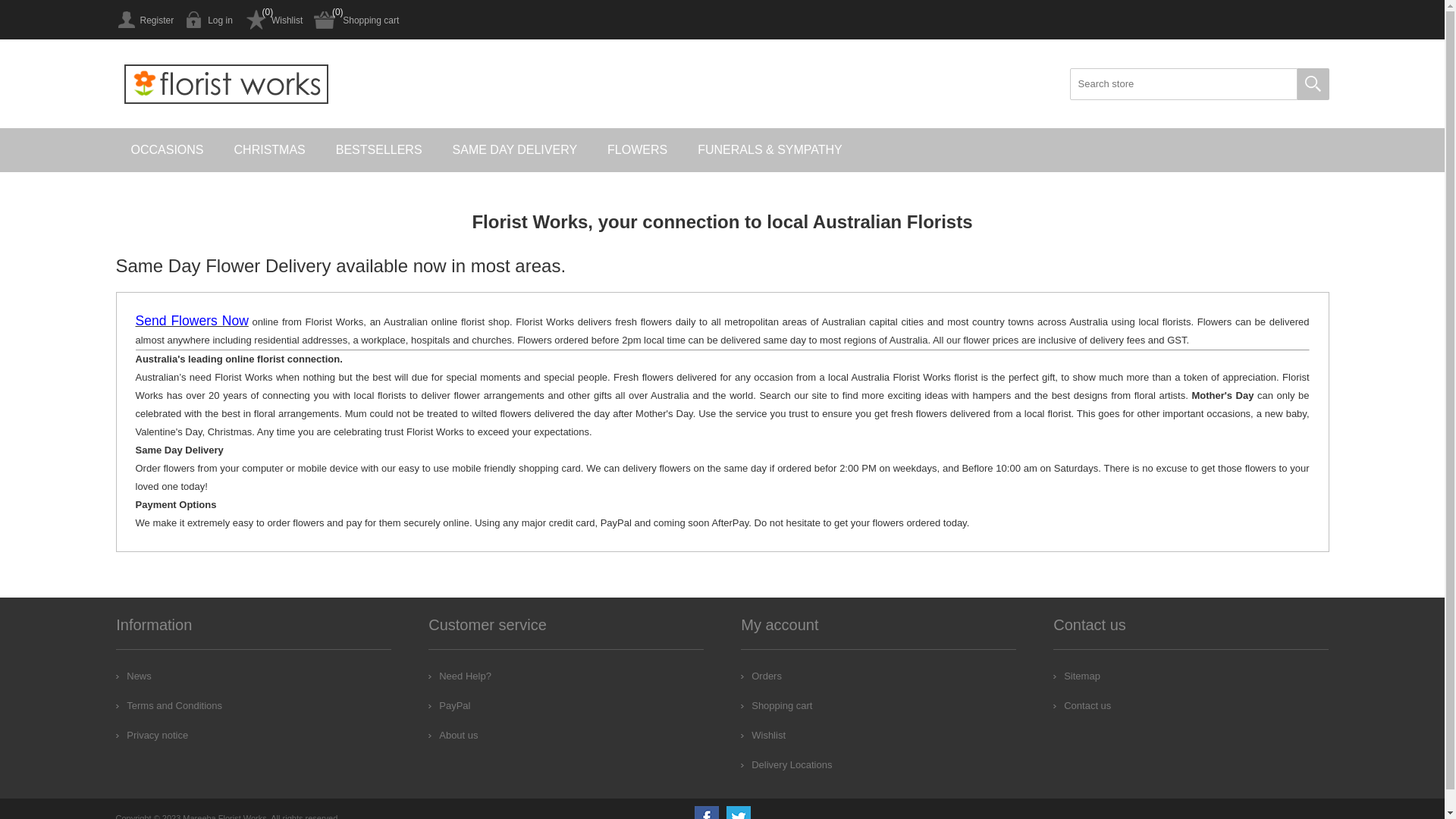 The image size is (1456, 819). Describe the element at coordinates (133, 675) in the screenshot. I see `'News'` at that location.